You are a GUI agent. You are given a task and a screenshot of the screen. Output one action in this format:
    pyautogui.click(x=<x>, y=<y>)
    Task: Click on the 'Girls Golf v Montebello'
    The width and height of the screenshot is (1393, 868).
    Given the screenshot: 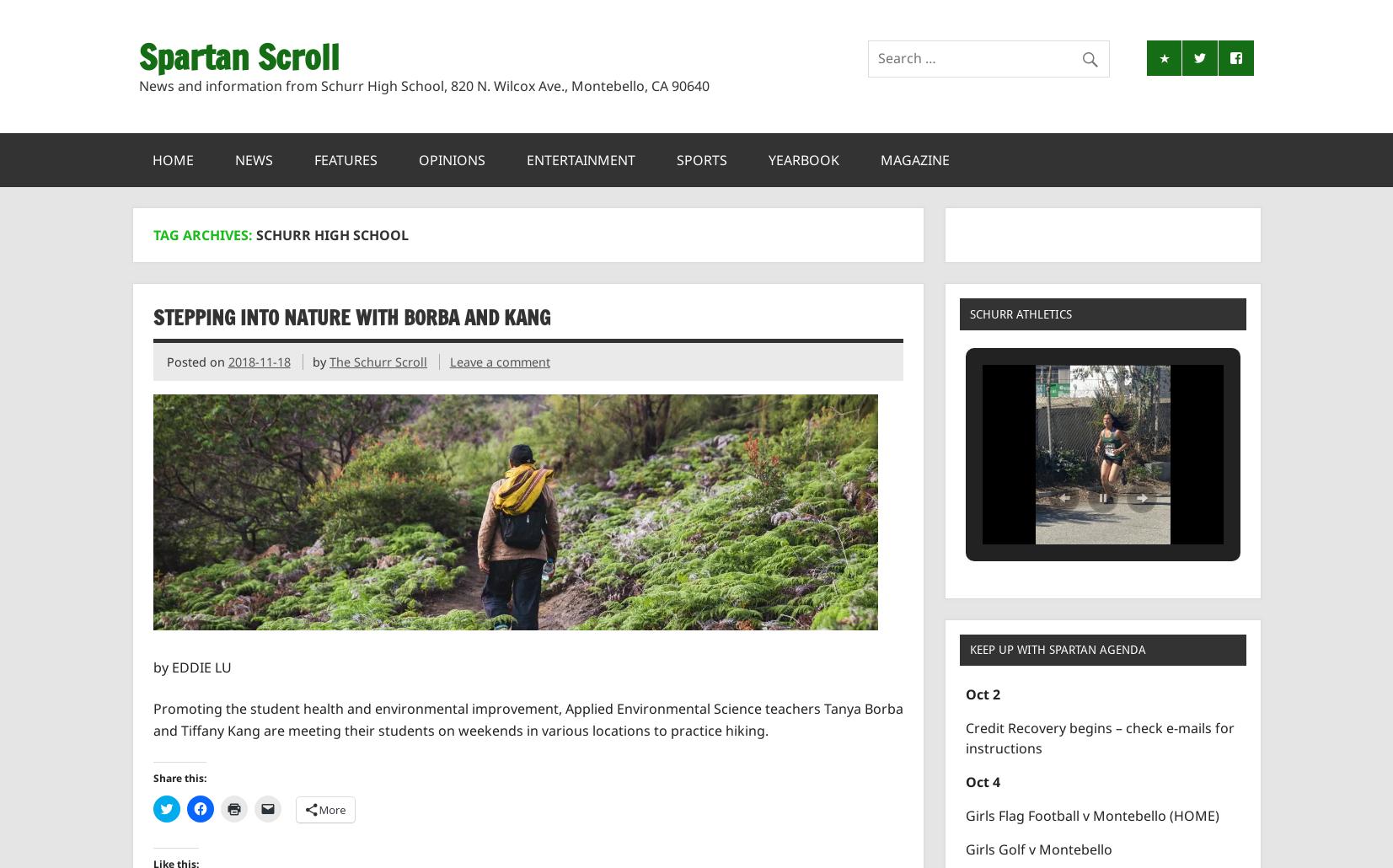 What is the action you would take?
    pyautogui.click(x=1038, y=848)
    